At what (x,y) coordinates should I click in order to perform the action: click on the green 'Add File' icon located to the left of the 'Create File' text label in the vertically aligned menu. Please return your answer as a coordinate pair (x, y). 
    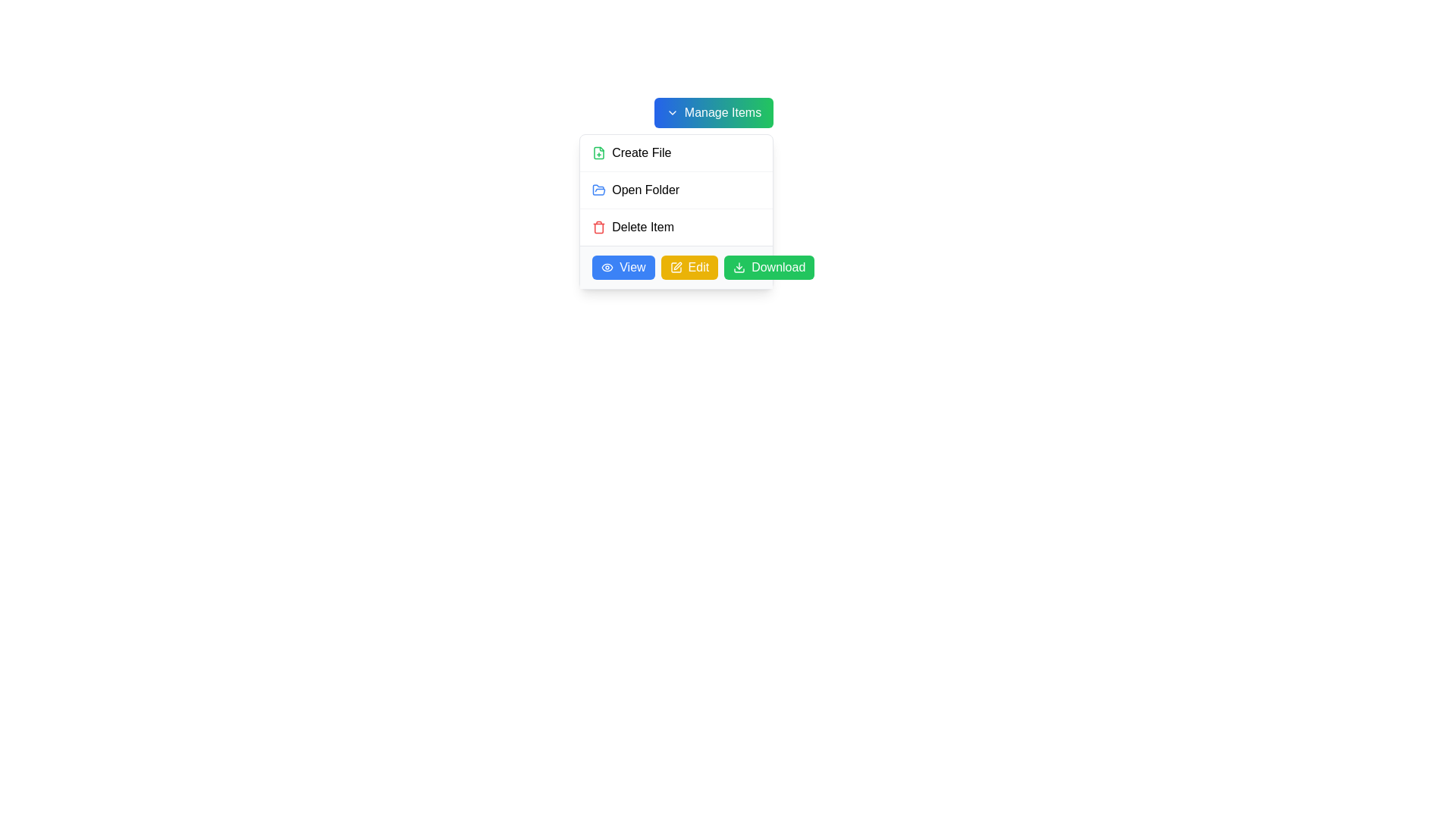
    Looking at the image, I should click on (598, 152).